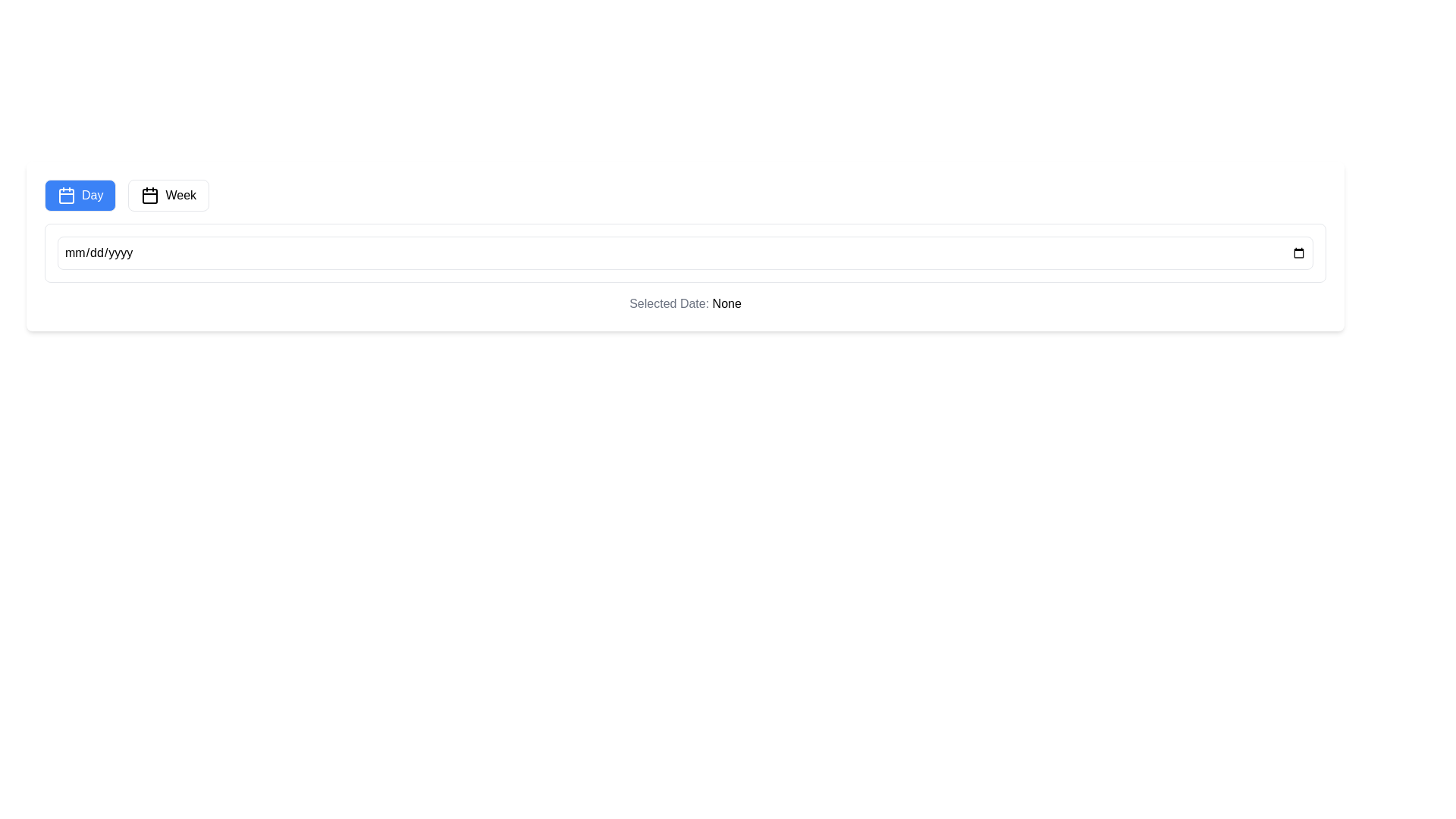 The image size is (1456, 819). What do you see at coordinates (726, 303) in the screenshot?
I see `static text label displaying the currently selected date, which is currently set to 'None'` at bounding box center [726, 303].